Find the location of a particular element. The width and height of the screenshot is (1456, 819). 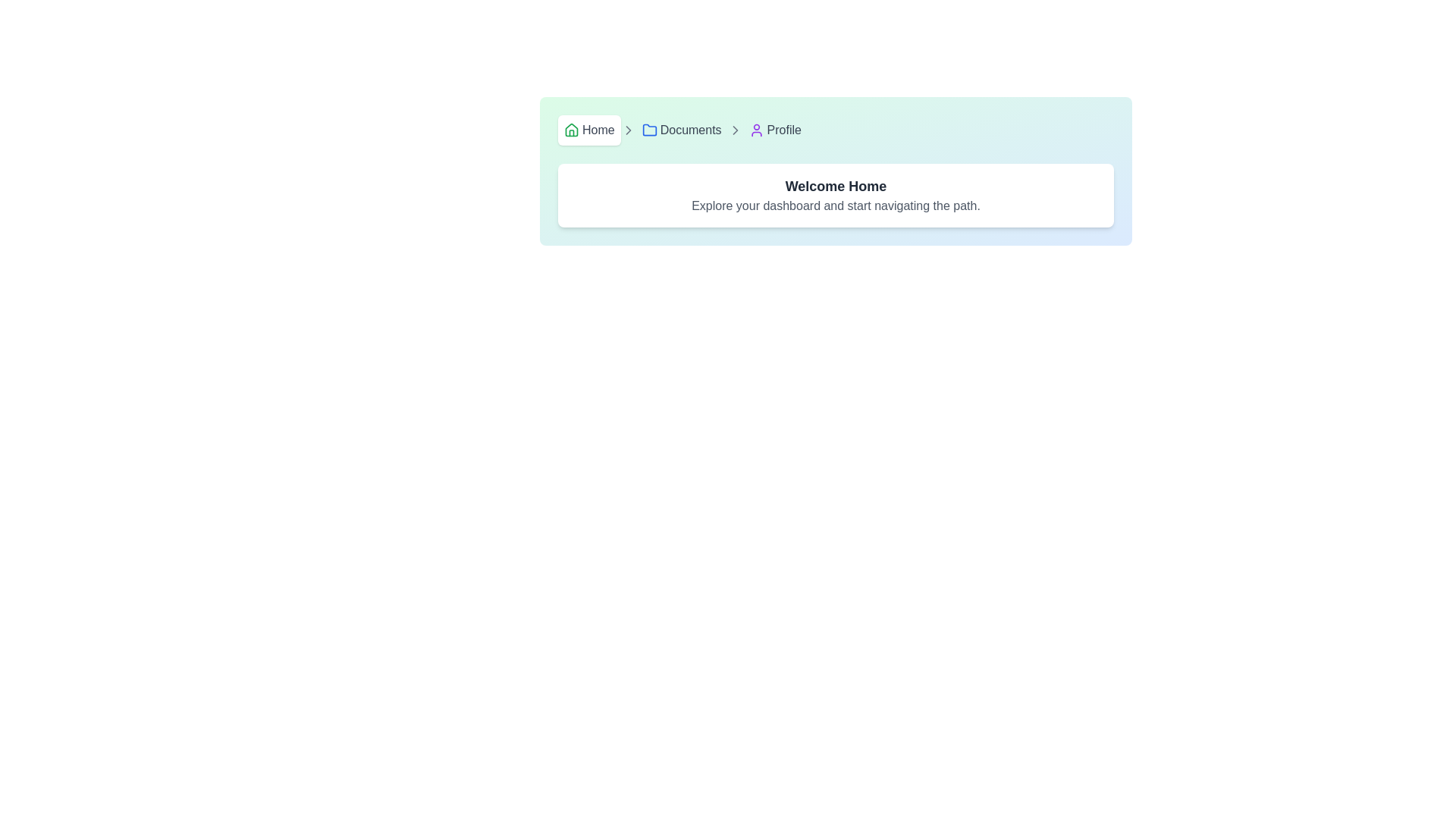

the folder icon in the breadcrumb navigation bar that represents the 'Documents' section, located next to the 'Documents' text label is located at coordinates (649, 130).